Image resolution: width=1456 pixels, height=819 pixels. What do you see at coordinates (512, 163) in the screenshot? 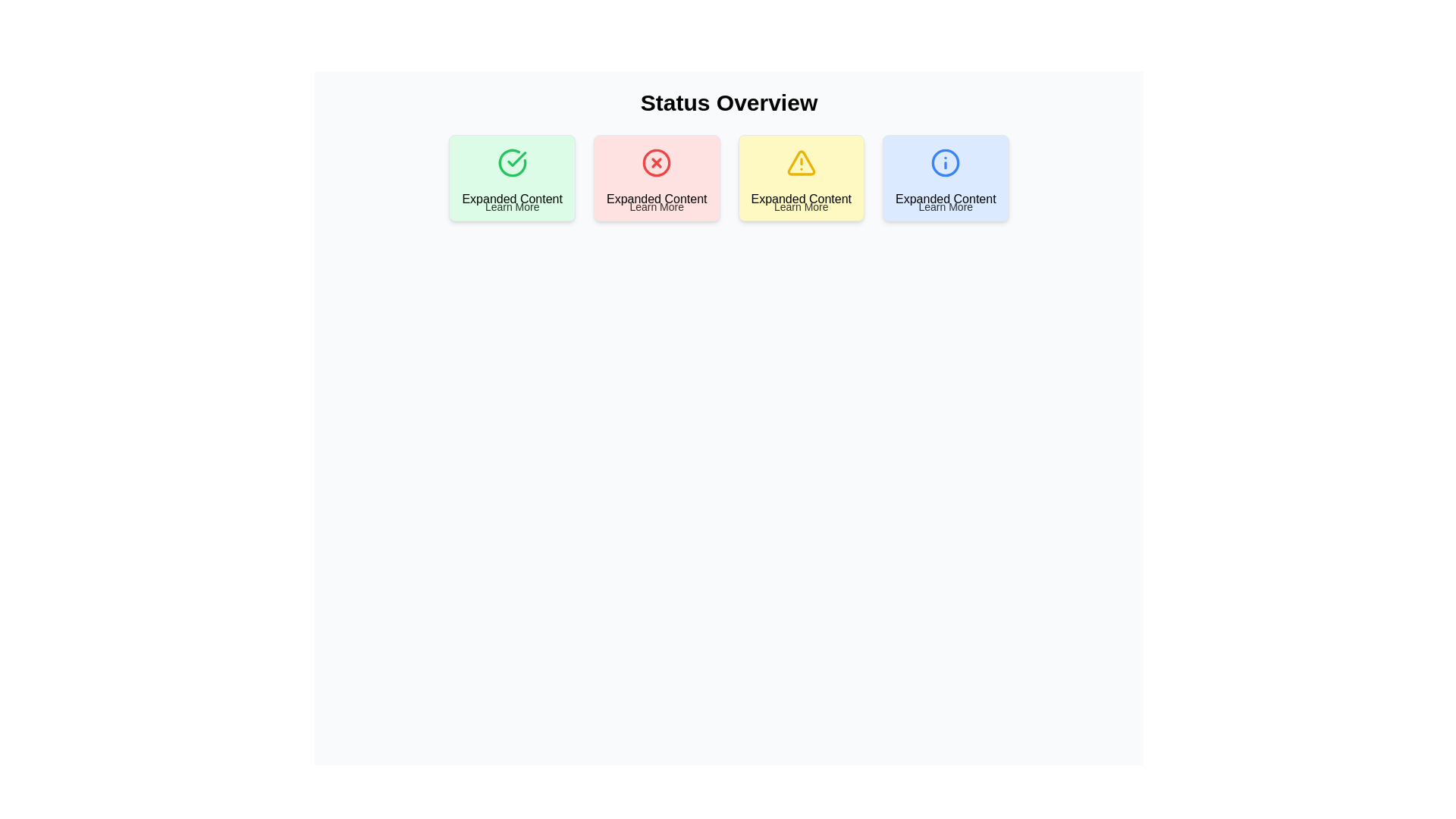
I see `the green checkmark icon located within the first green status card in a row of four status cards, indicating a successful status` at bounding box center [512, 163].